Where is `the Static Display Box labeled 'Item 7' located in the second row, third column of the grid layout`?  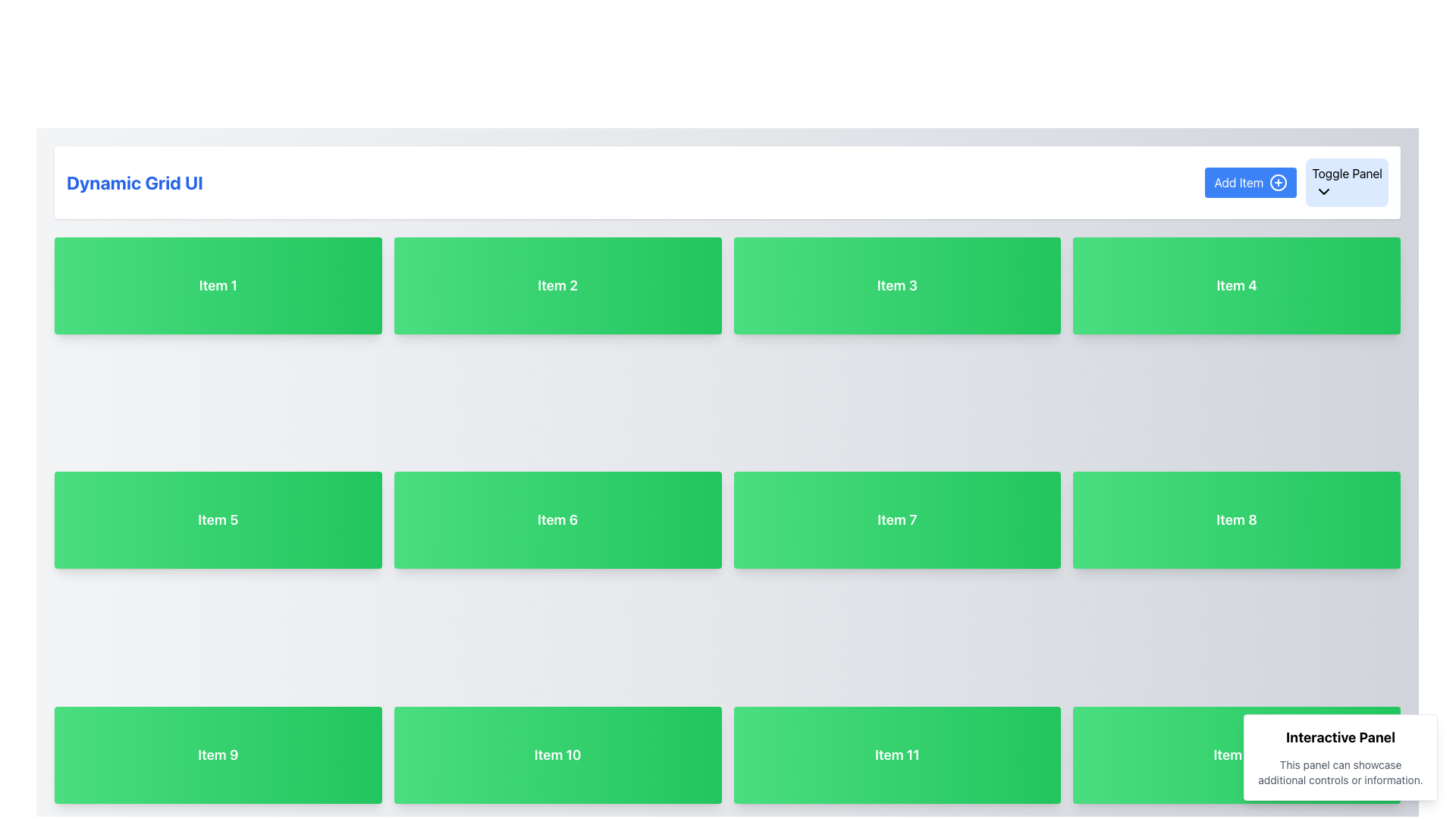 the Static Display Box labeled 'Item 7' located in the second row, third column of the grid layout is located at coordinates (897, 519).